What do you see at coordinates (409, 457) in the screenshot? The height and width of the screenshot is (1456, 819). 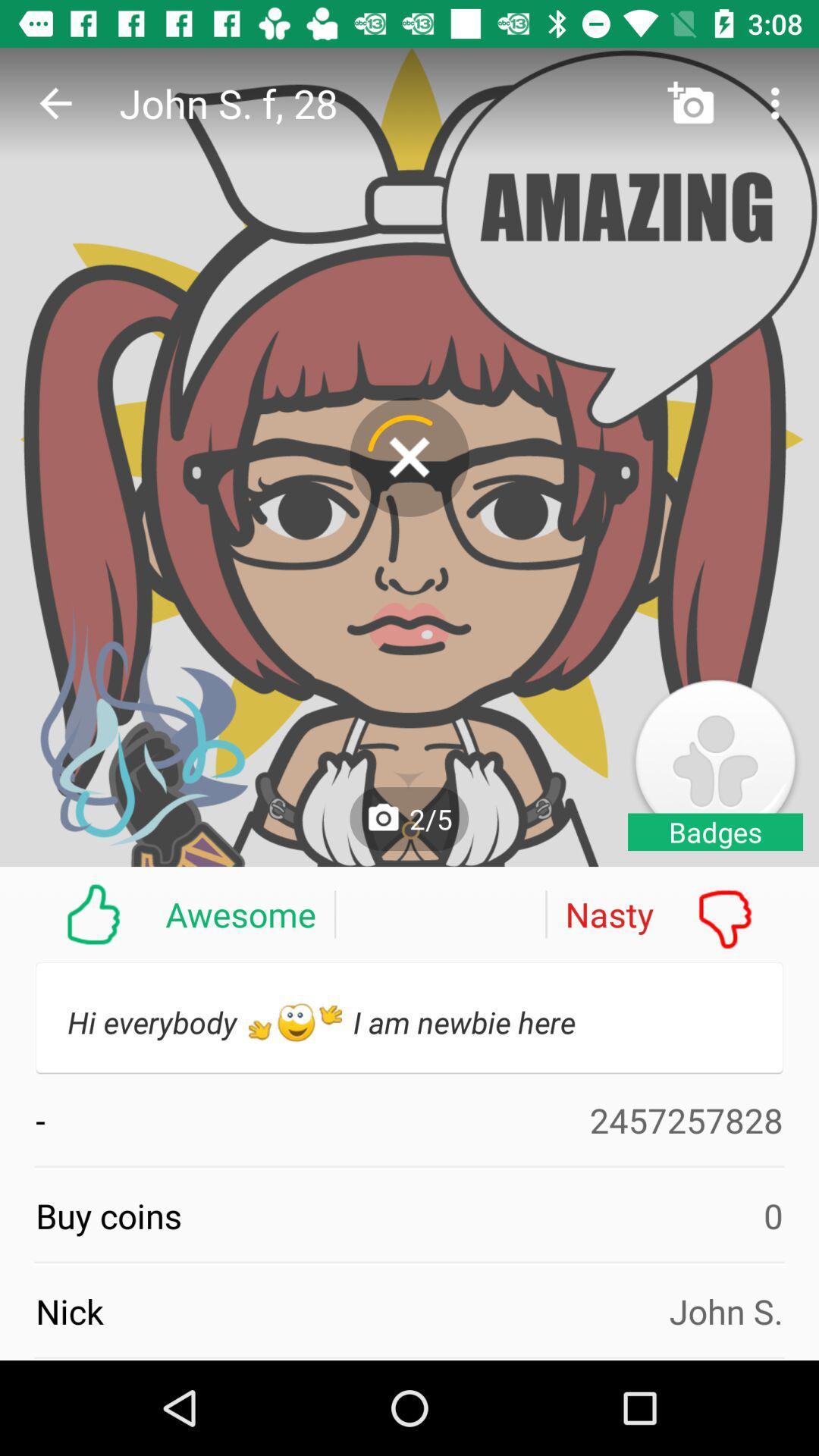 I see `the close icon` at bounding box center [409, 457].